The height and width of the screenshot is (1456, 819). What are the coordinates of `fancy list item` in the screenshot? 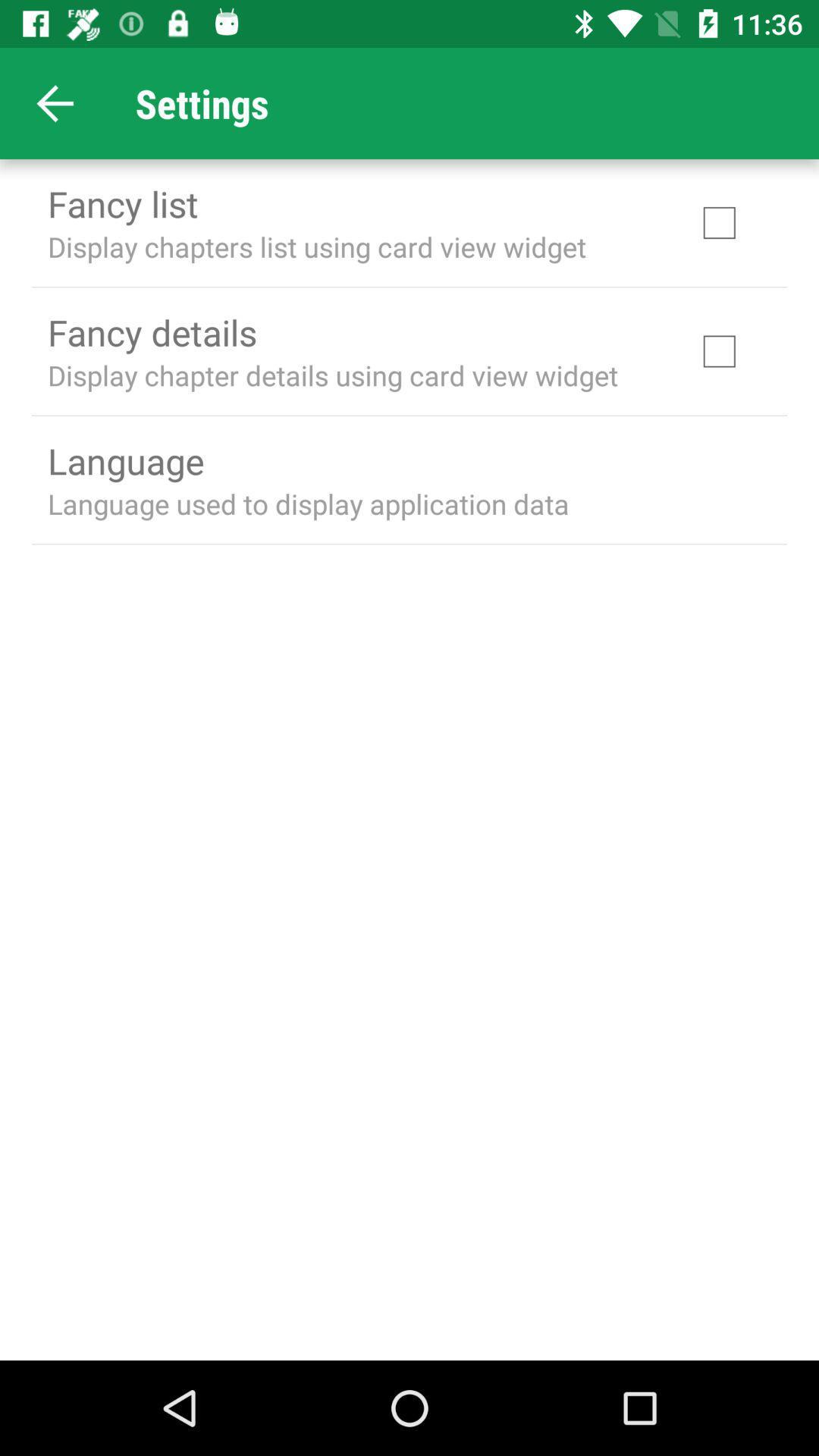 It's located at (122, 202).